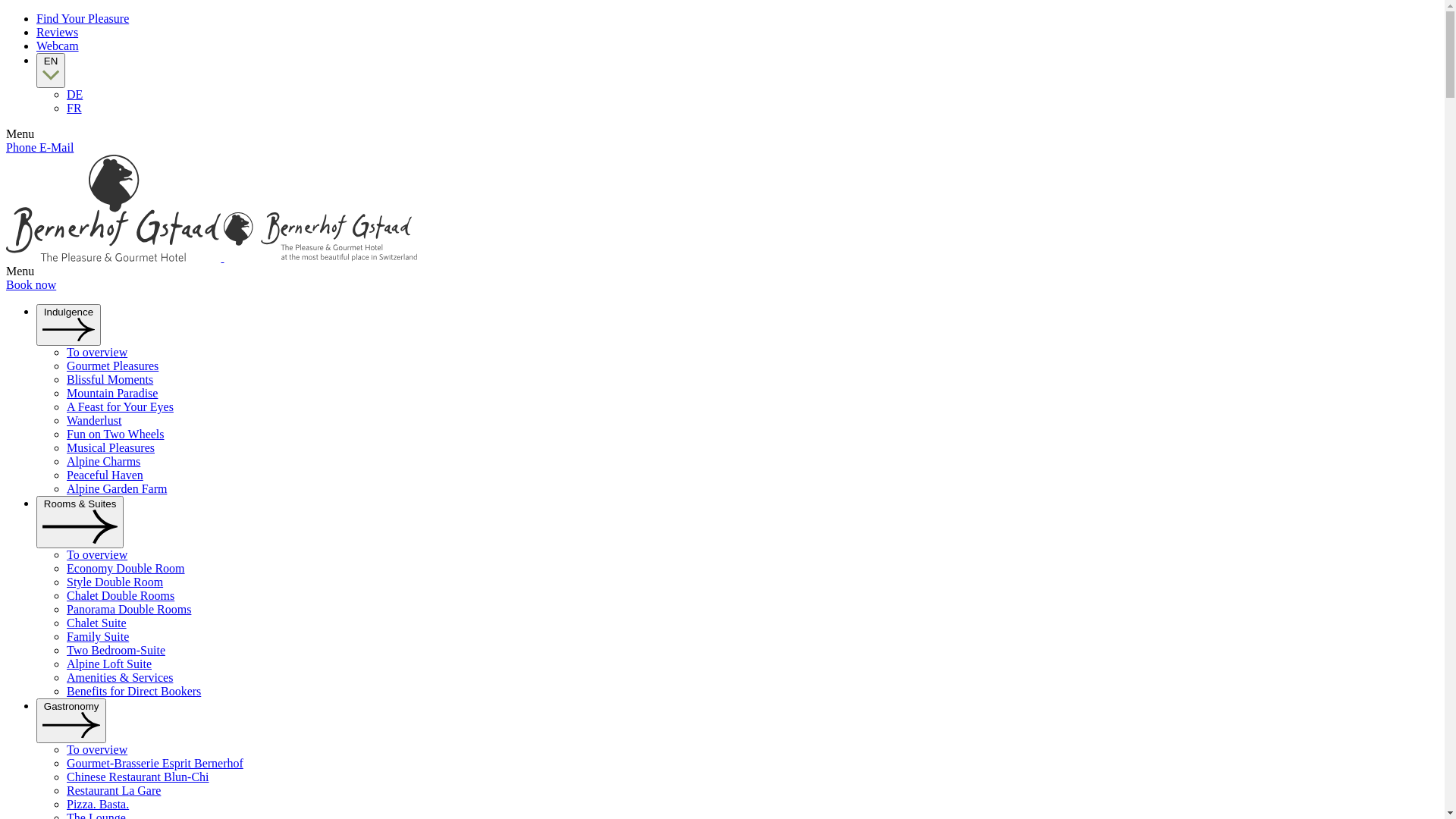 The image size is (1456, 819). What do you see at coordinates (119, 595) in the screenshot?
I see `'Chalet Double Rooms'` at bounding box center [119, 595].